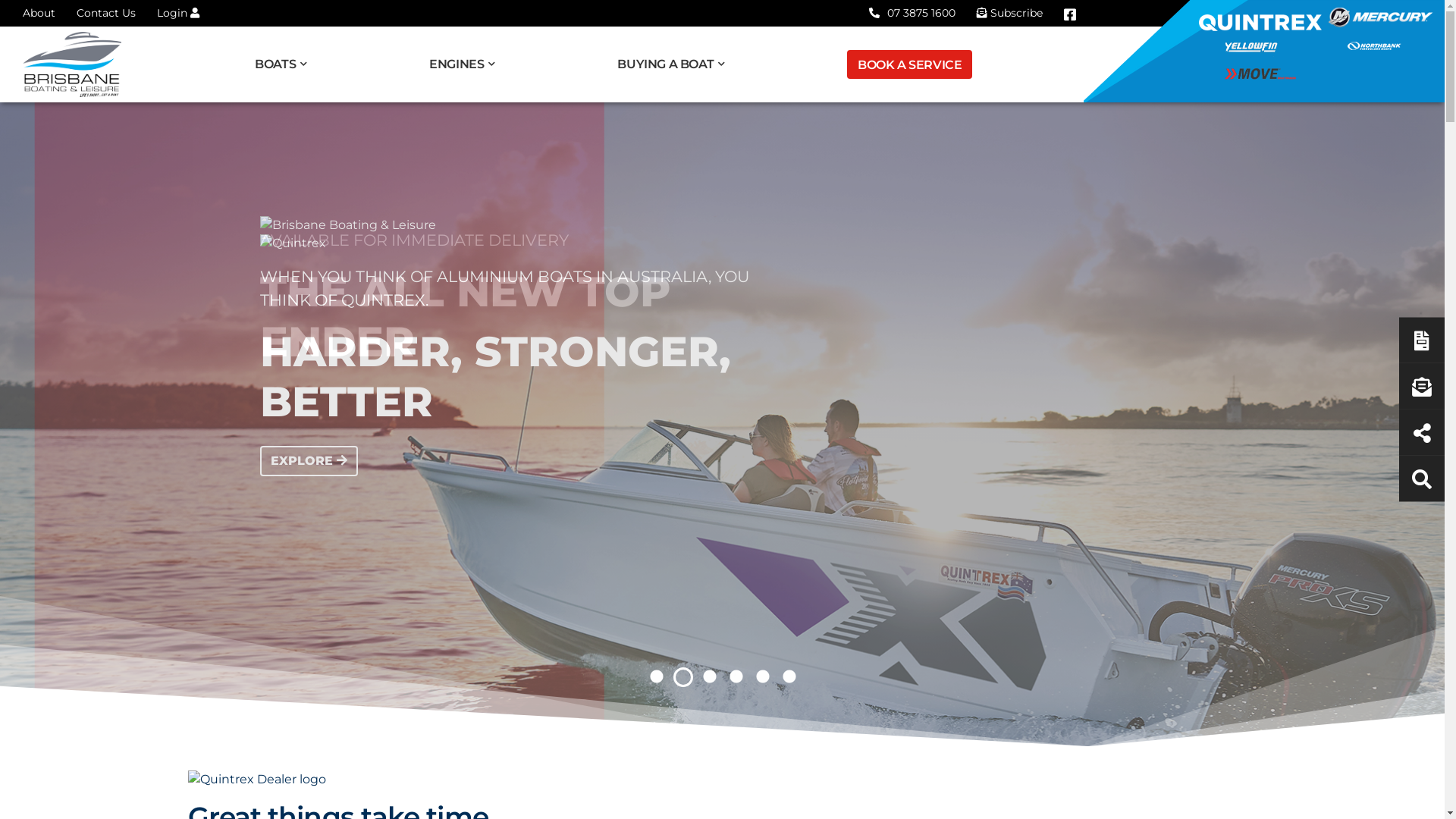  Describe the element at coordinates (1009, 12) in the screenshot. I see `'Subscribe'` at that location.